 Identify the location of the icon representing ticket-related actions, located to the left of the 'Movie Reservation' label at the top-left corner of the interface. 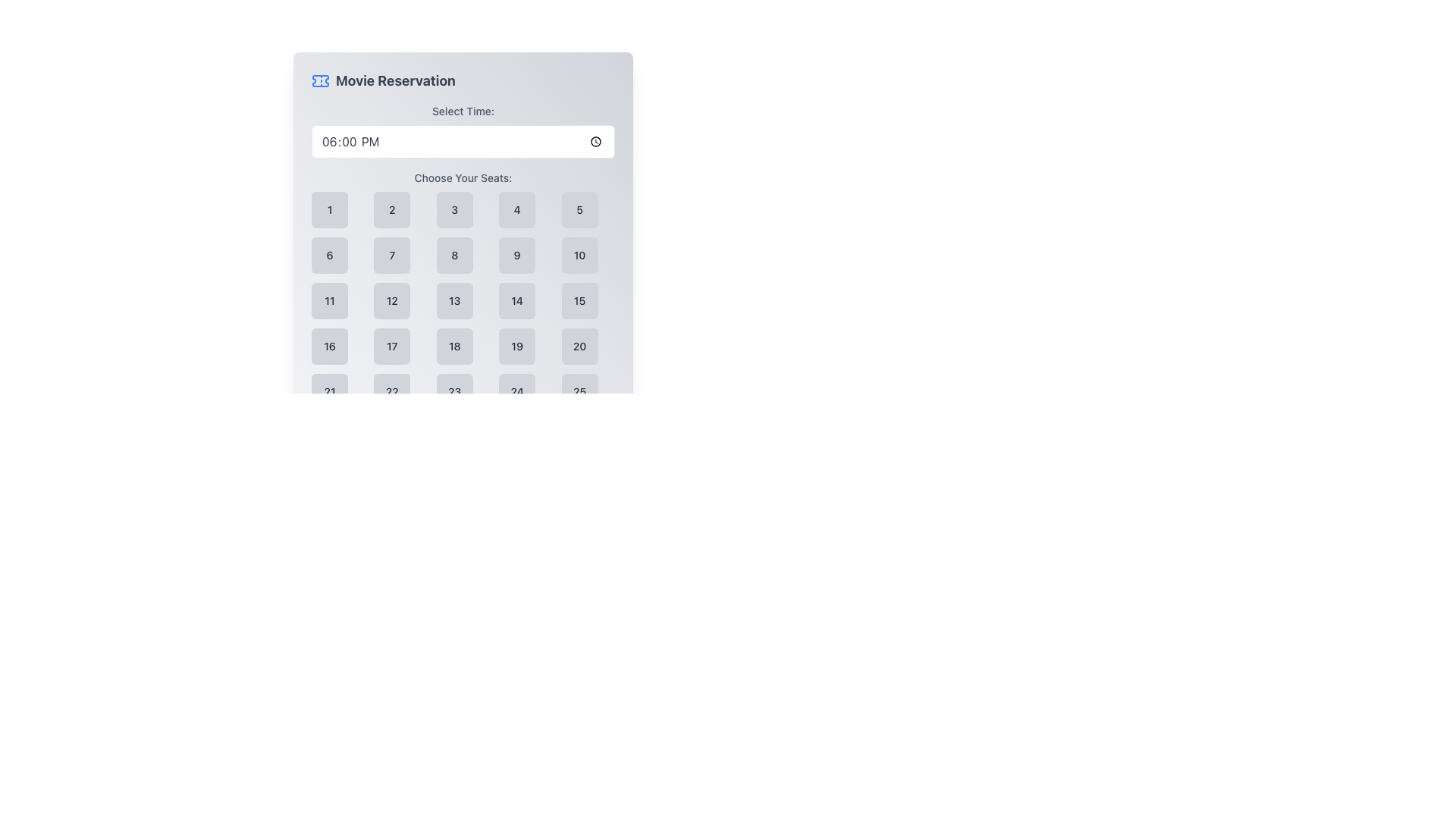
(319, 81).